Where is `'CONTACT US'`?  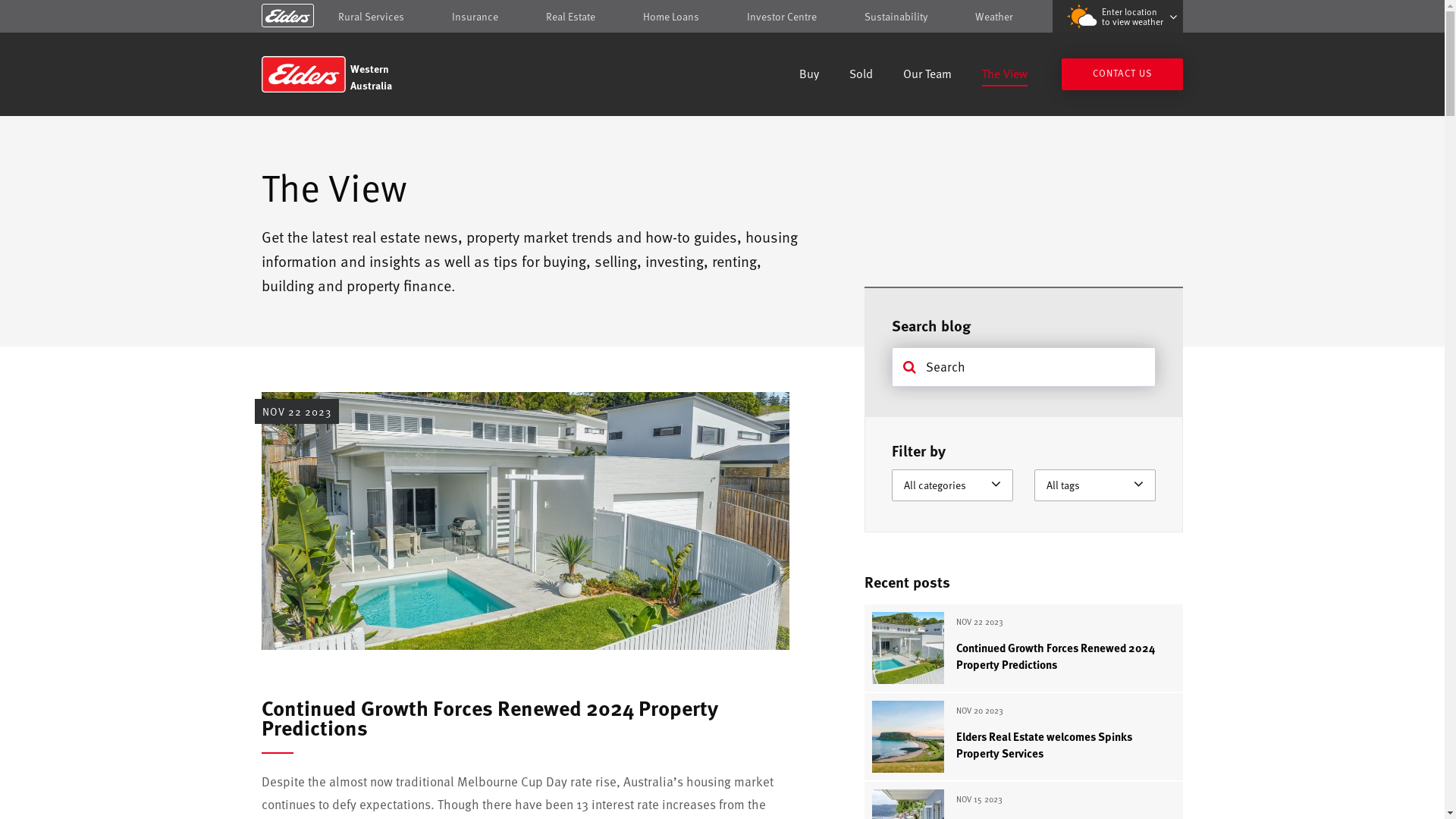
'CONTACT US' is located at coordinates (1122, 74).